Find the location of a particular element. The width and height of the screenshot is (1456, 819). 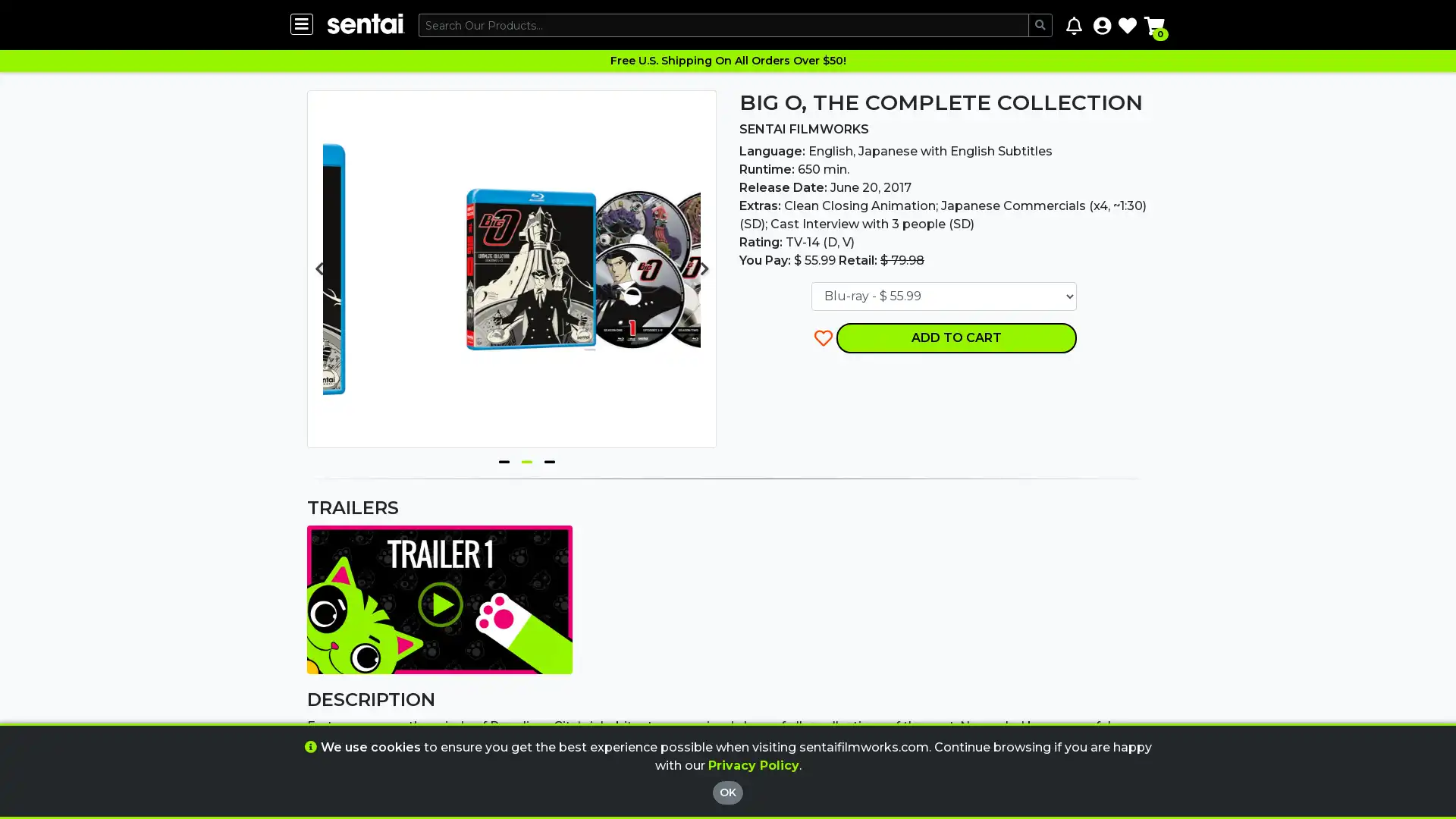

Wishlist is located at coordinates (1128, 25).